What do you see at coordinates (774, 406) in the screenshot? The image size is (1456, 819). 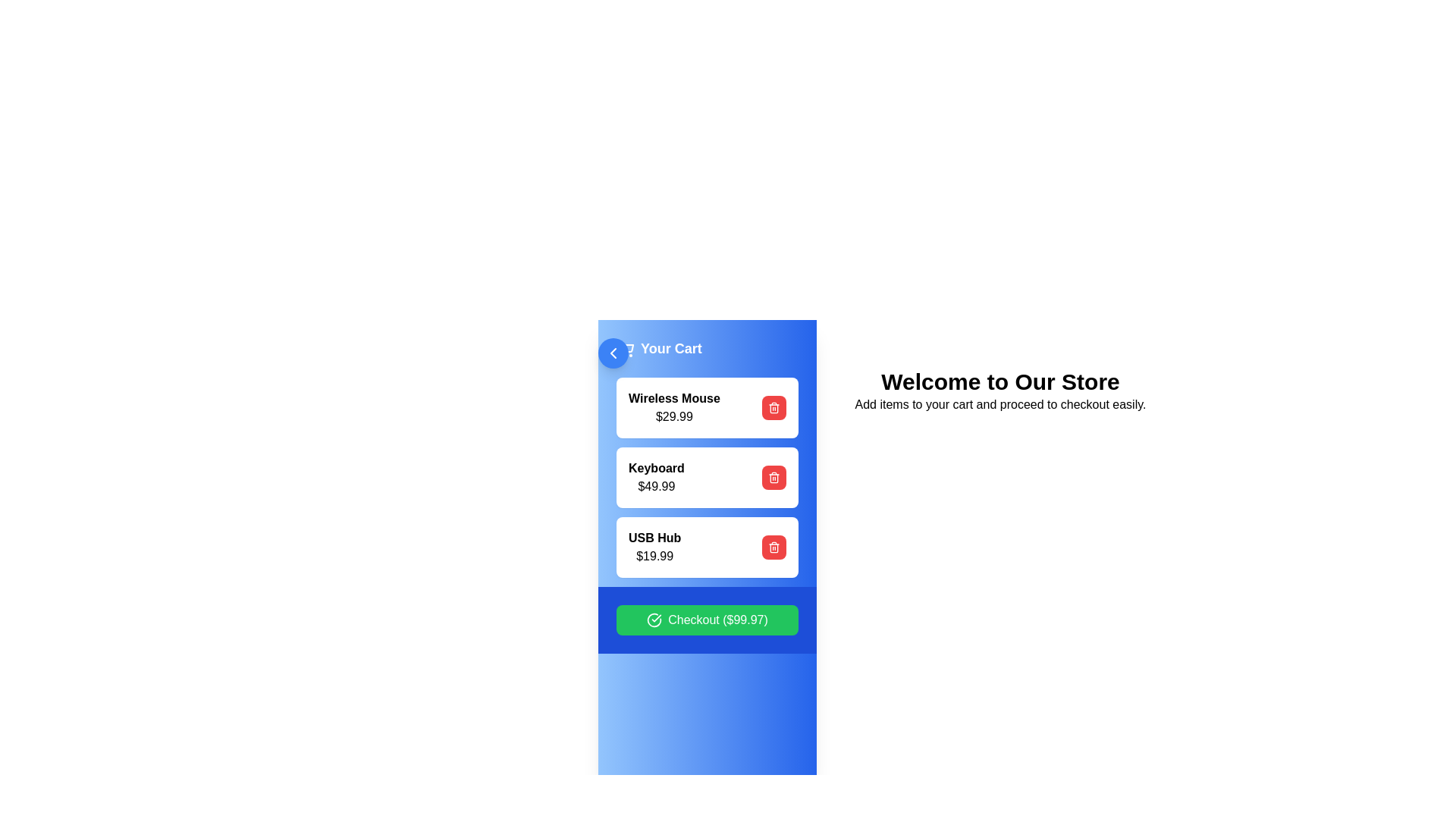 I see `the delete button located on the right side of the 'Wireless Mouse $29.99' item in the cart list to trigger a visual response` at bounding box center [774, 406].